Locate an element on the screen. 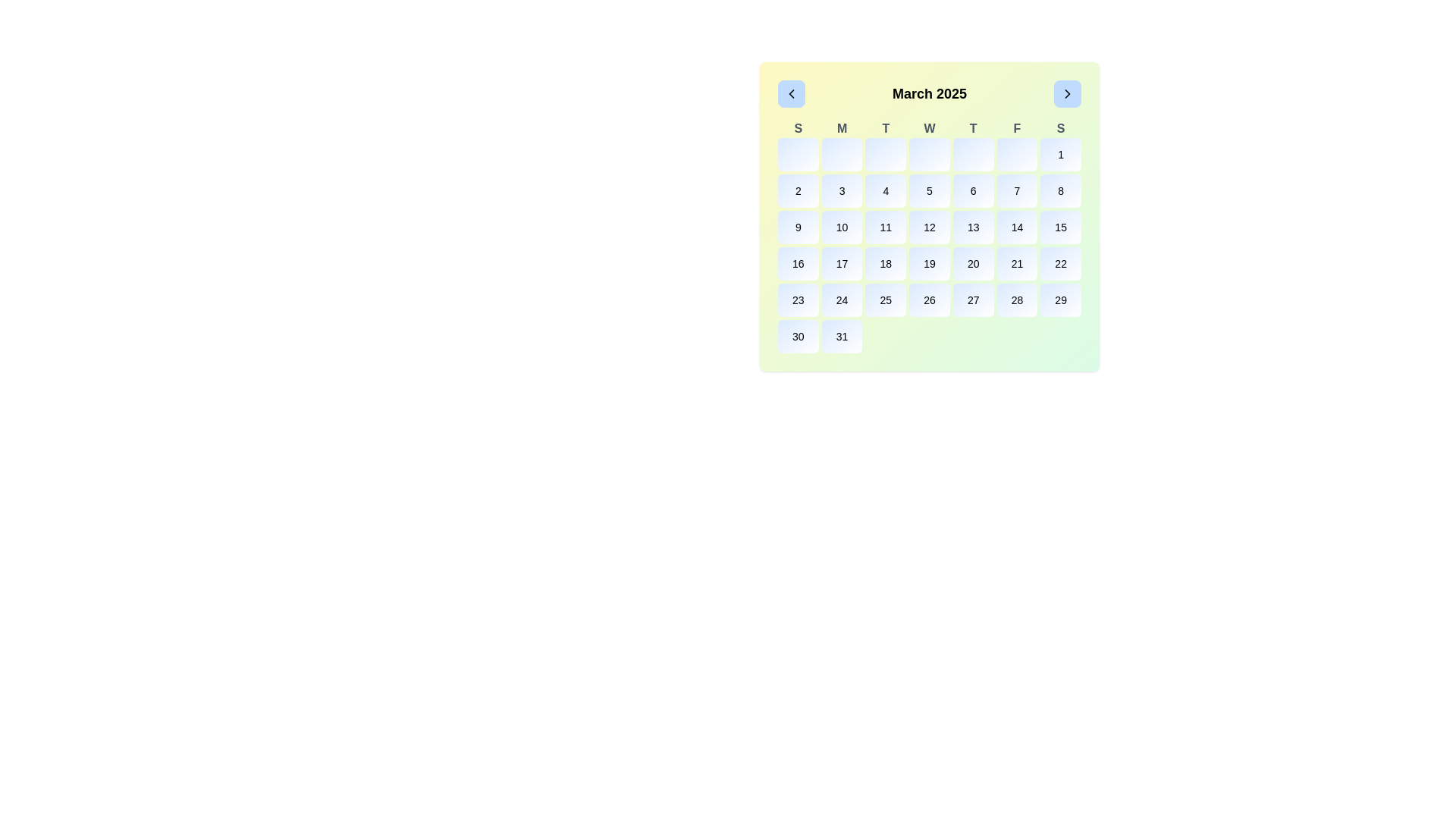 The image size is (1456, 819). the rectangular button with a gradient background that contains the number '19' is located at coordinates (928, 262).